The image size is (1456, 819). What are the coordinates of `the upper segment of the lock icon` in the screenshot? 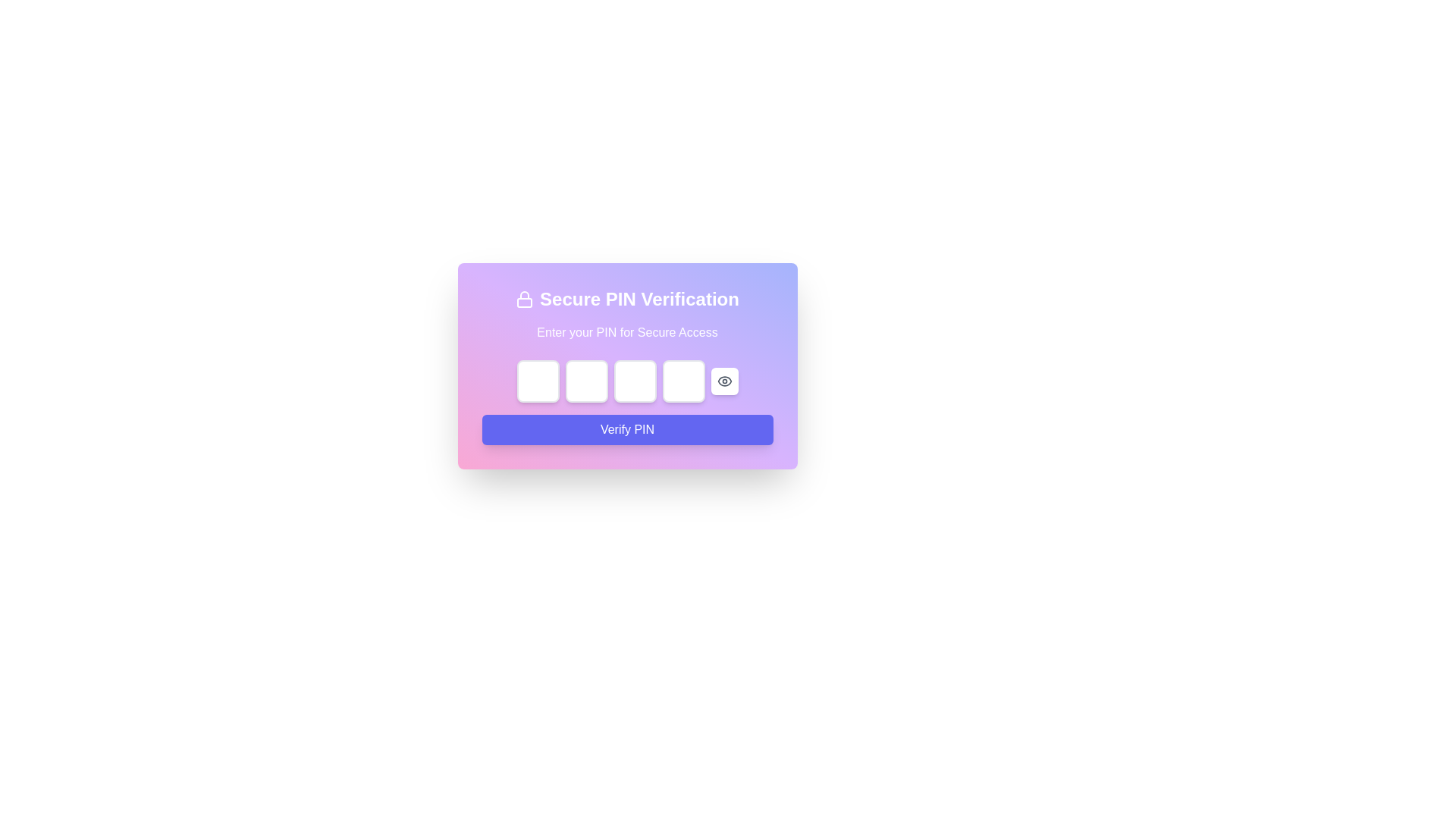 It's located at (525, 295).